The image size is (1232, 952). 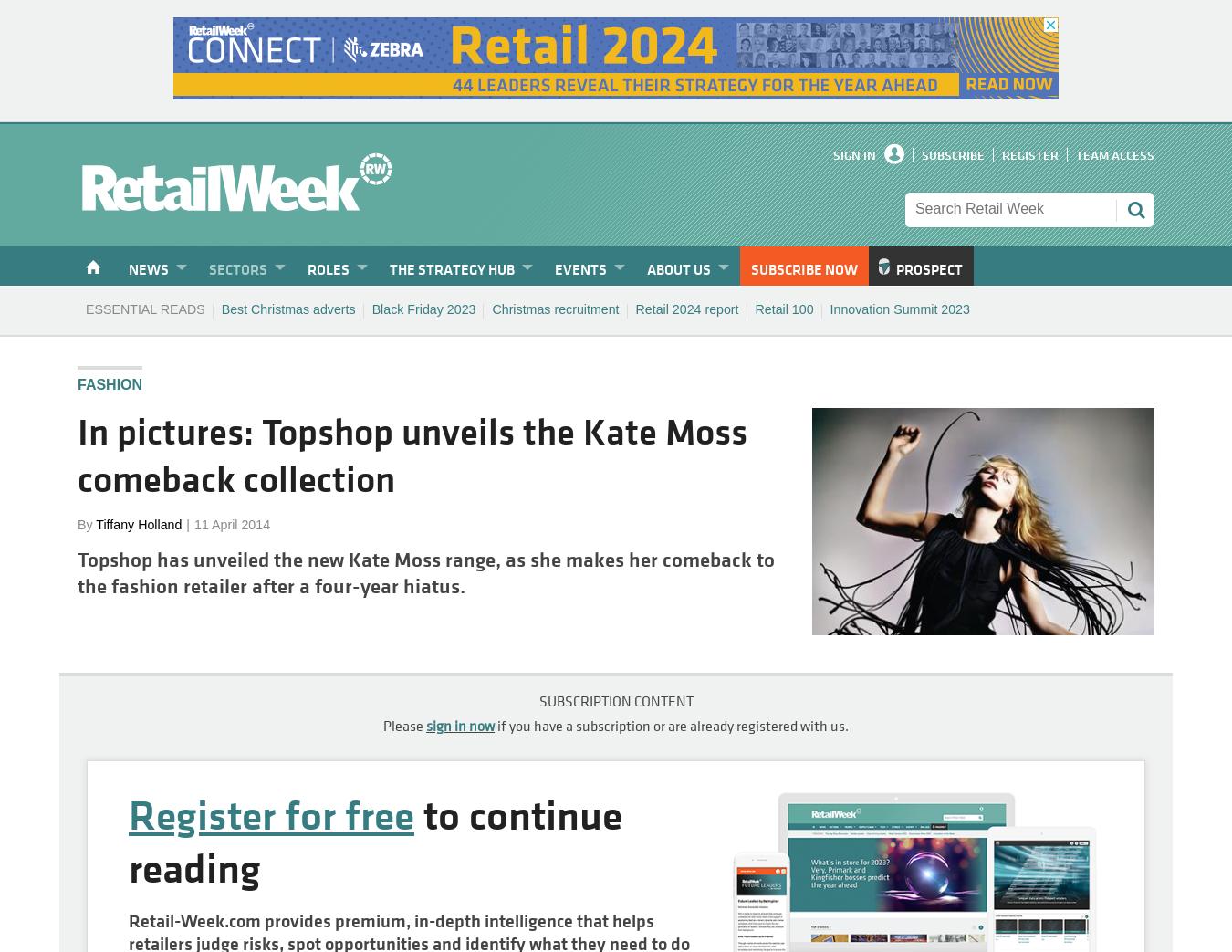 I want to click on 'Black Friday 2023', so click(x=422, y=308).